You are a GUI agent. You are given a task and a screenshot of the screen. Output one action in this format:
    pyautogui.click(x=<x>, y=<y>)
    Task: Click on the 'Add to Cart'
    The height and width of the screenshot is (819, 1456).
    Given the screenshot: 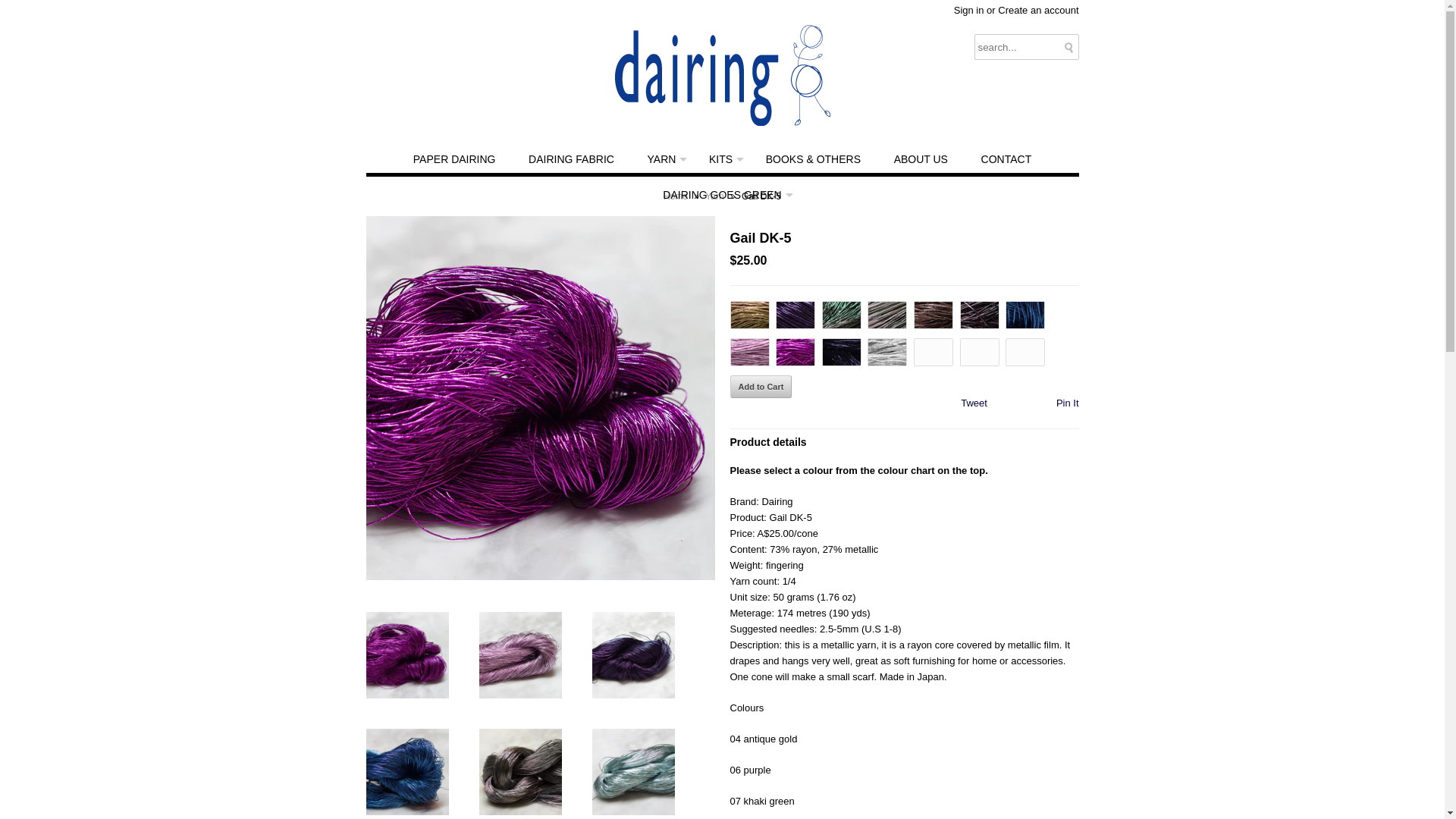 What is the action you would take?
    pyautogui.click(x=761, y=385)
    